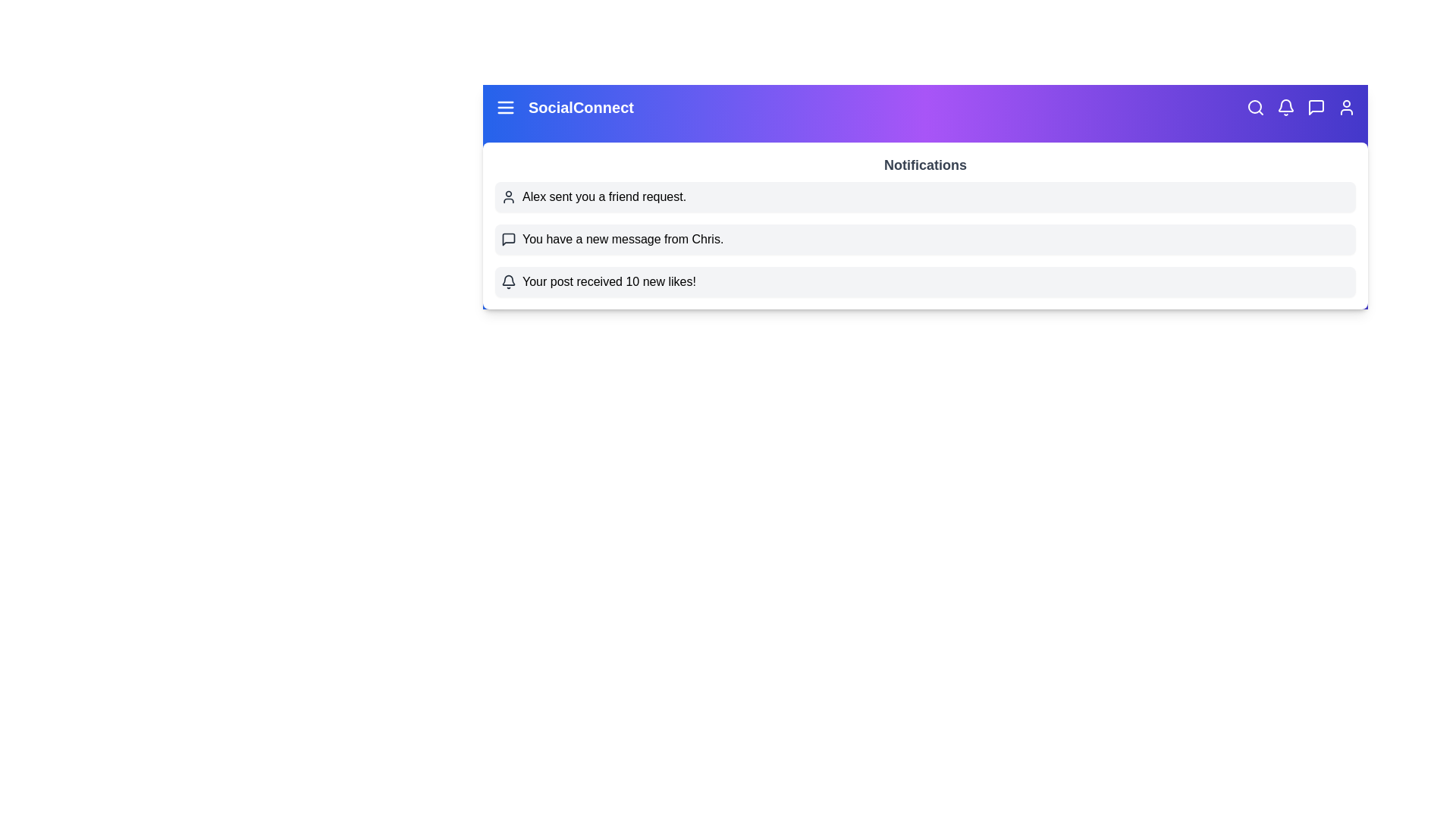  What do you see at coordinates (1347, 107) in the screenshot?
I see `the user icon to access the user profile` at bounding box center [1347, 107].